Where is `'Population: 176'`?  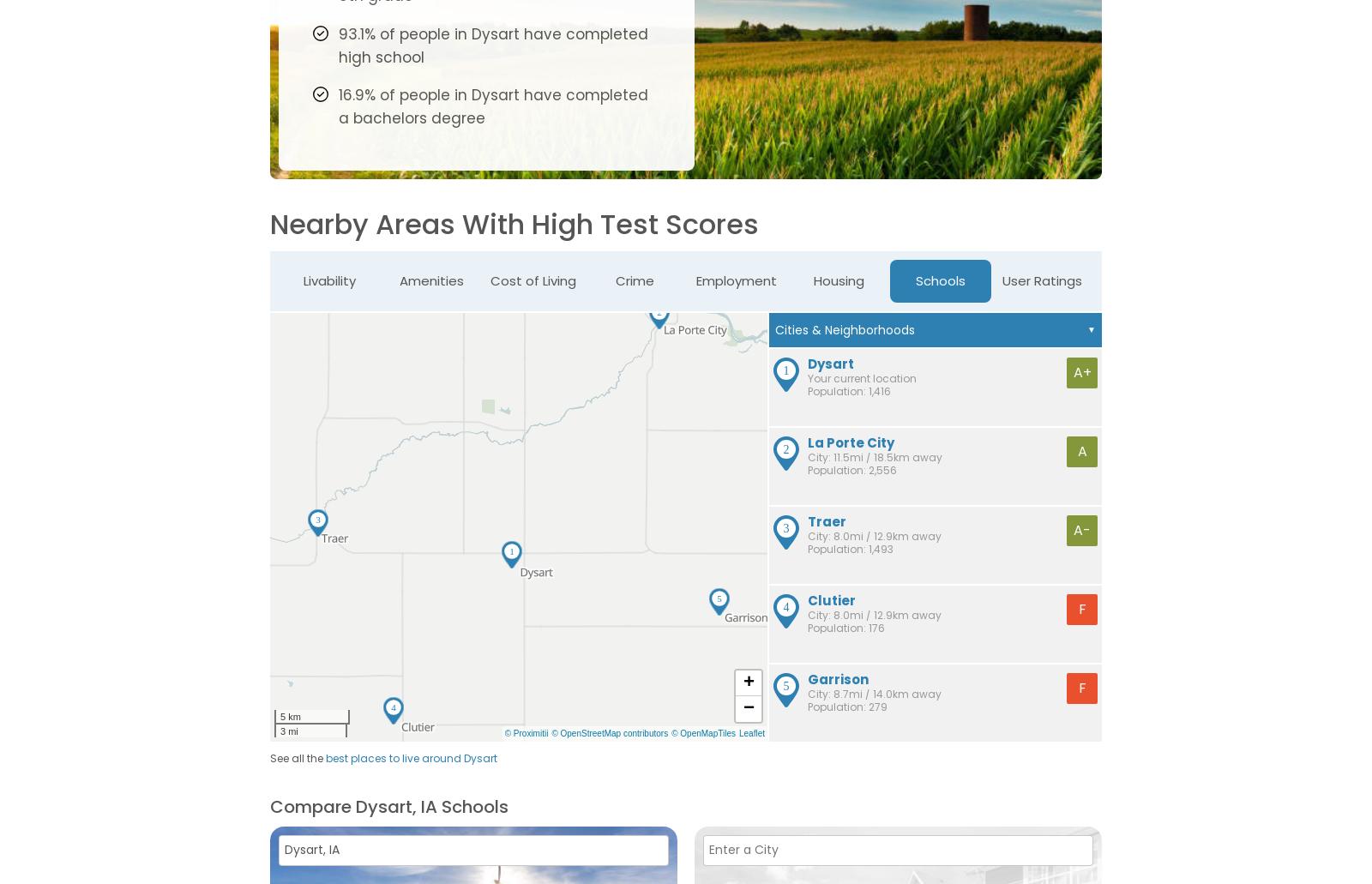
'Population: 176' is located at coordinates (845, 626).